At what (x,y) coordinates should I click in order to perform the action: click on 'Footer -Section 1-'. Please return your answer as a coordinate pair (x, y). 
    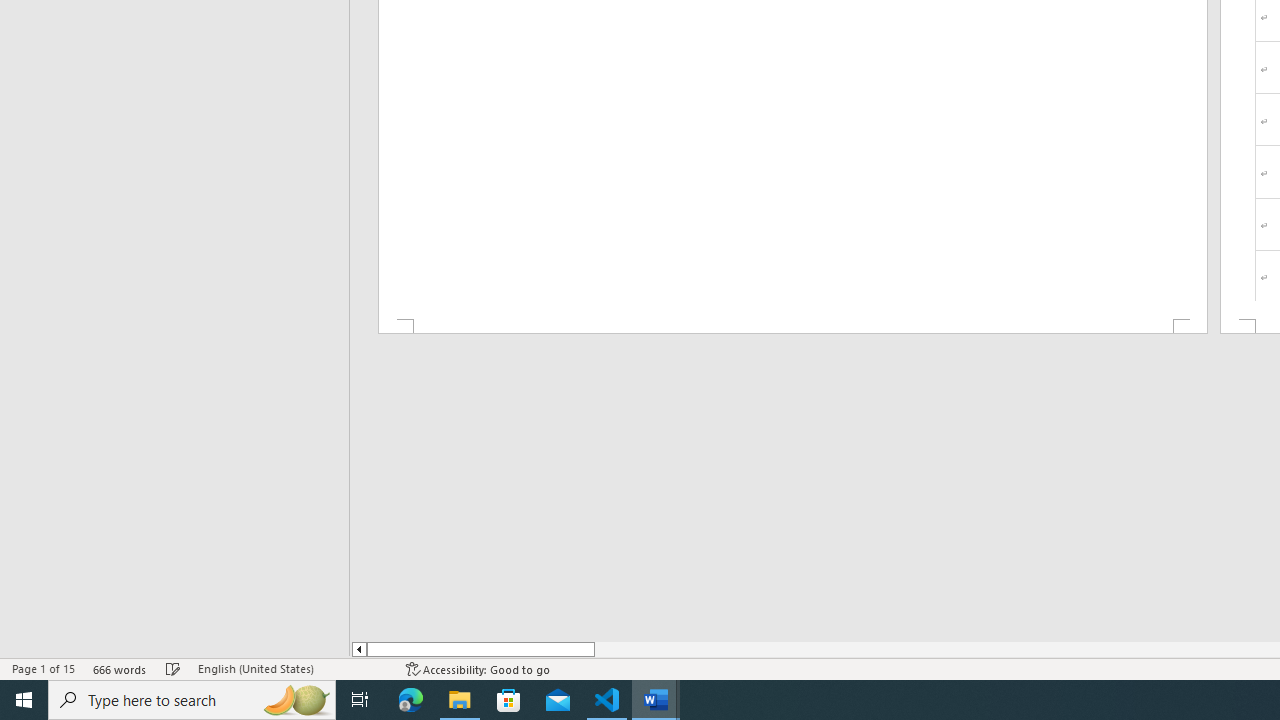
    Looking at the image, I should click on (791, 325).